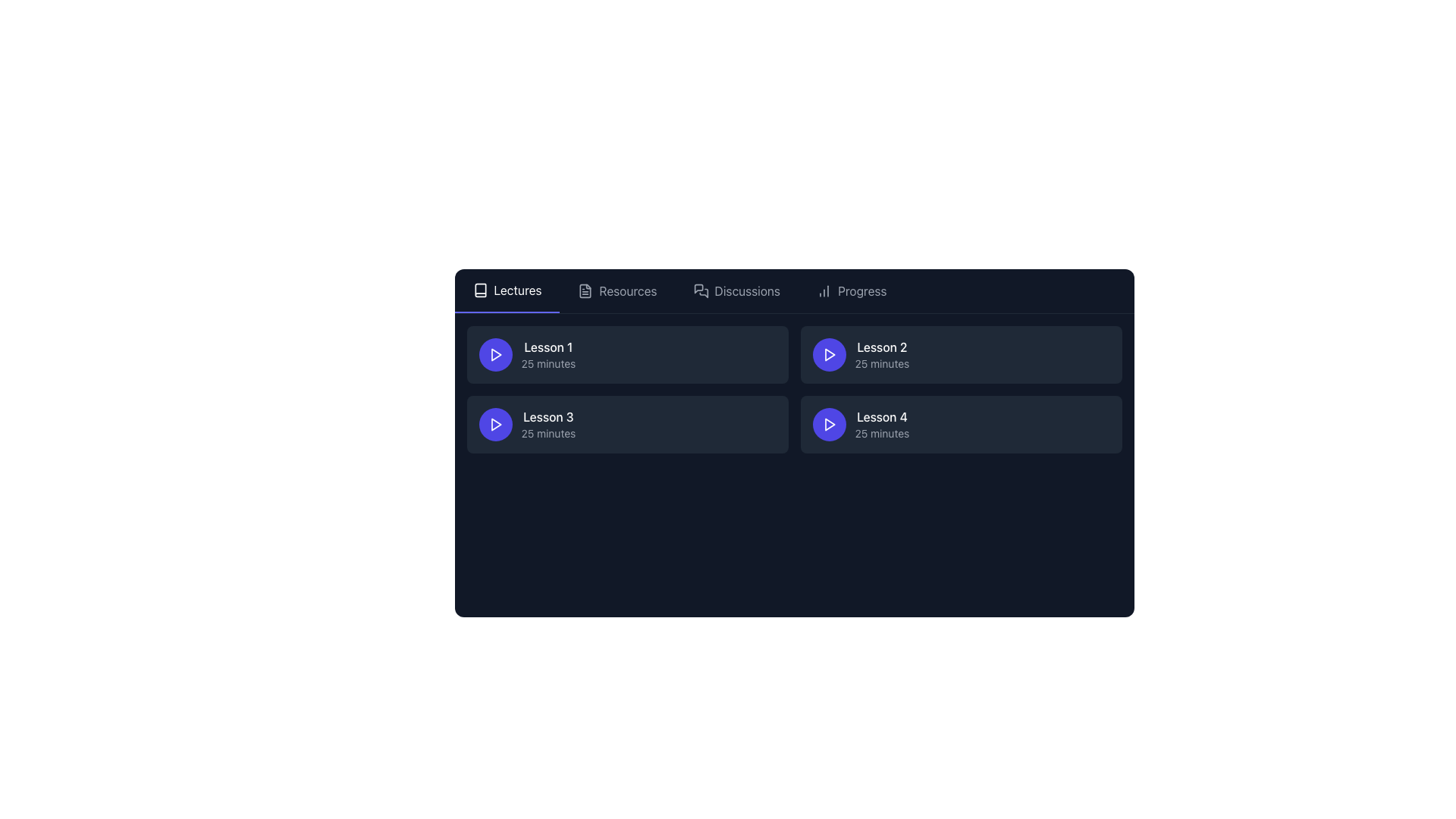  I want to click on the triangular play button icon, which is white with a blue border, so click(496, 354).